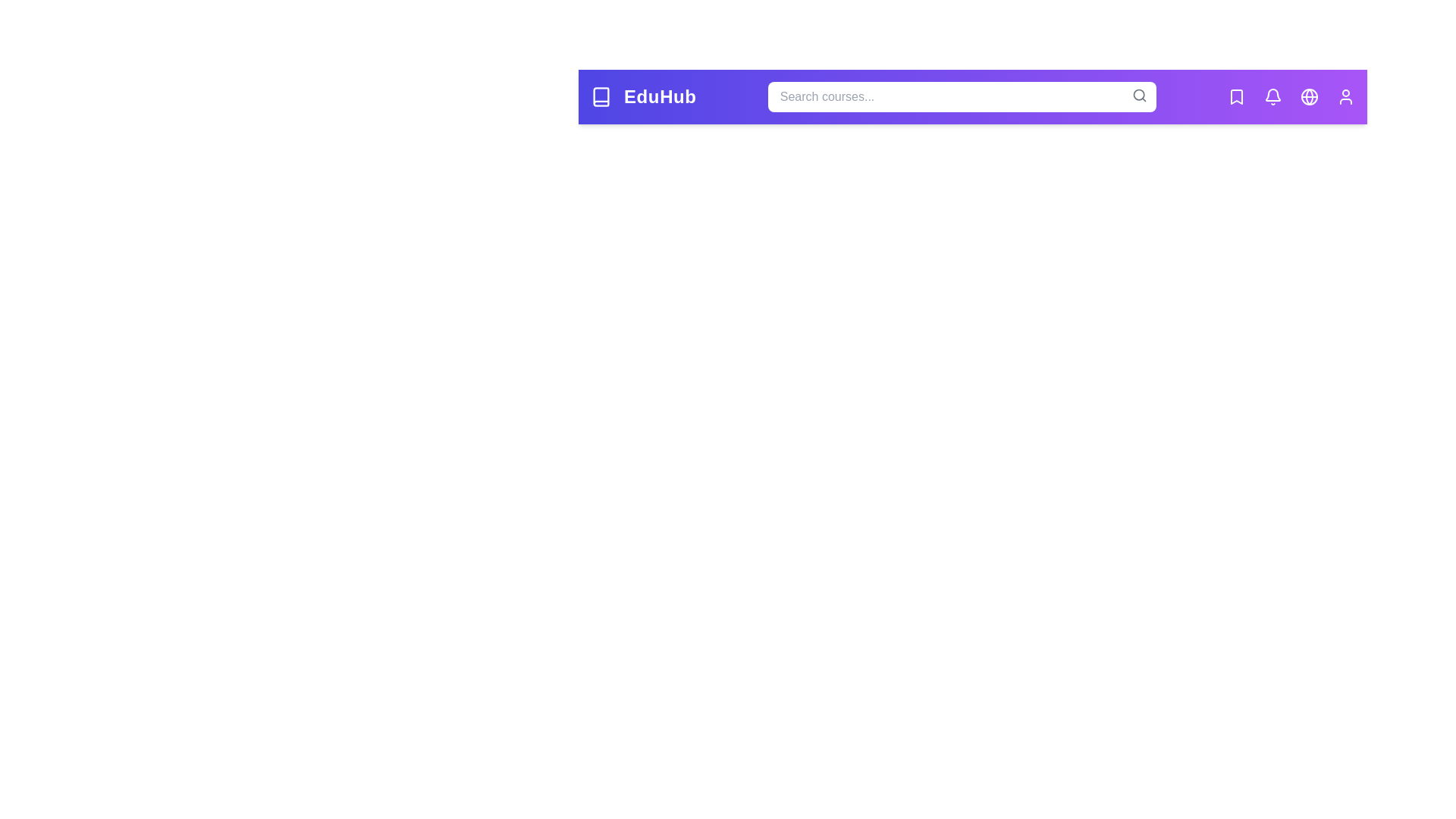 The image size is (1456, 819). What do you see at coordinates (960, 96) in the screenshot?
I see `the search bar and type the desired text` at bounding box center [960, 96].